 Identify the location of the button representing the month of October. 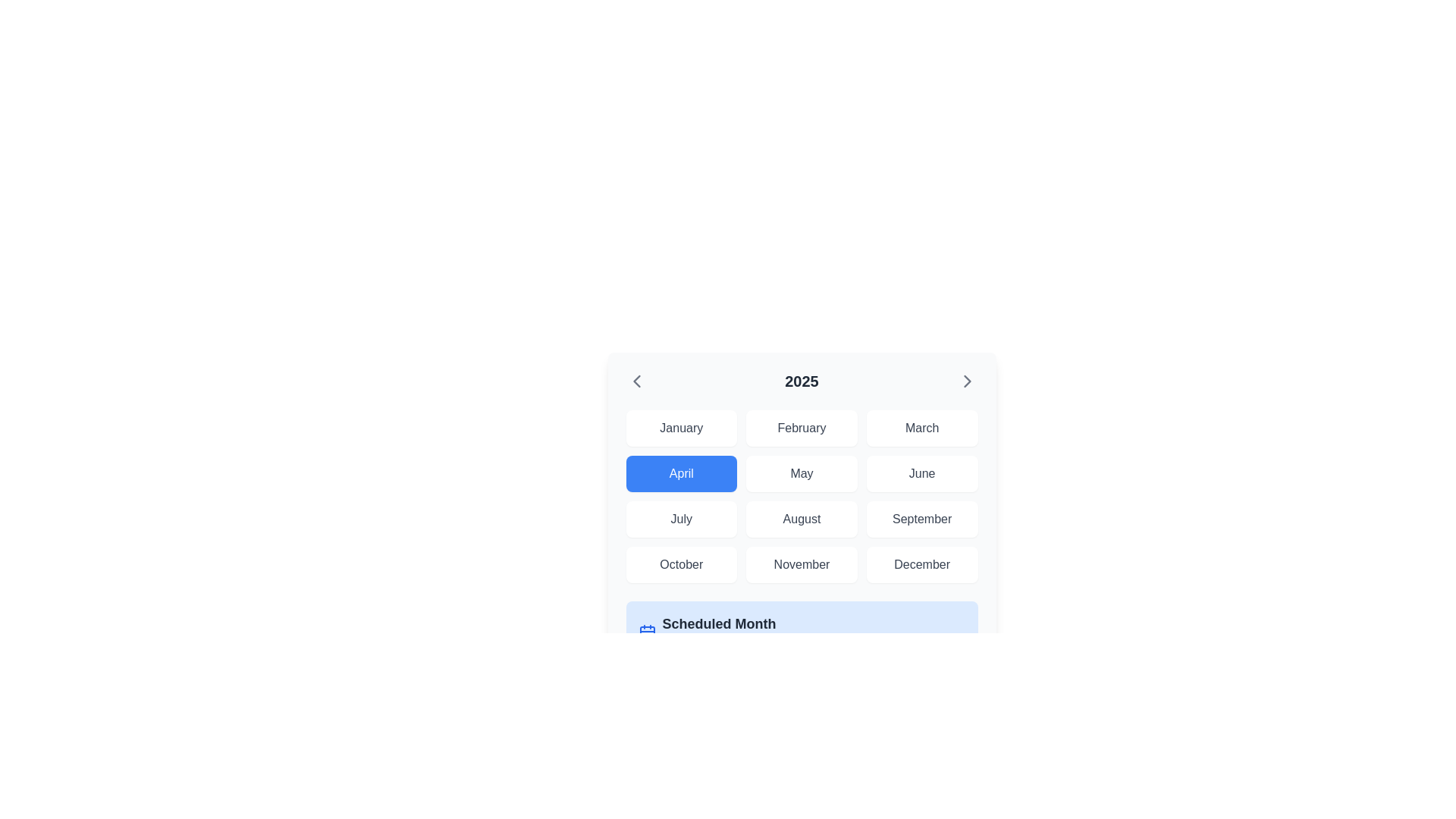
(680, 564).